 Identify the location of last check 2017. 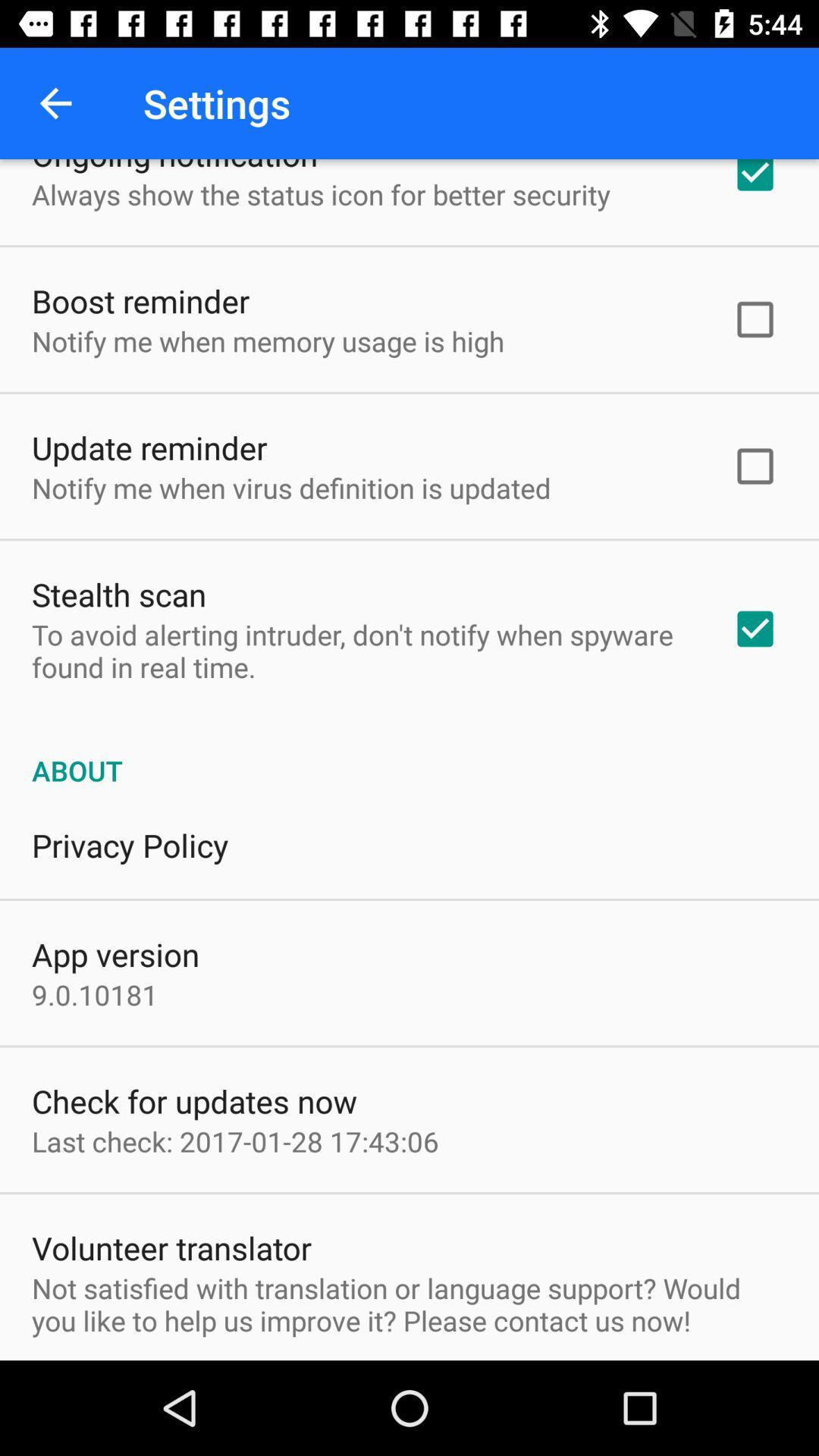
(235, 1141).